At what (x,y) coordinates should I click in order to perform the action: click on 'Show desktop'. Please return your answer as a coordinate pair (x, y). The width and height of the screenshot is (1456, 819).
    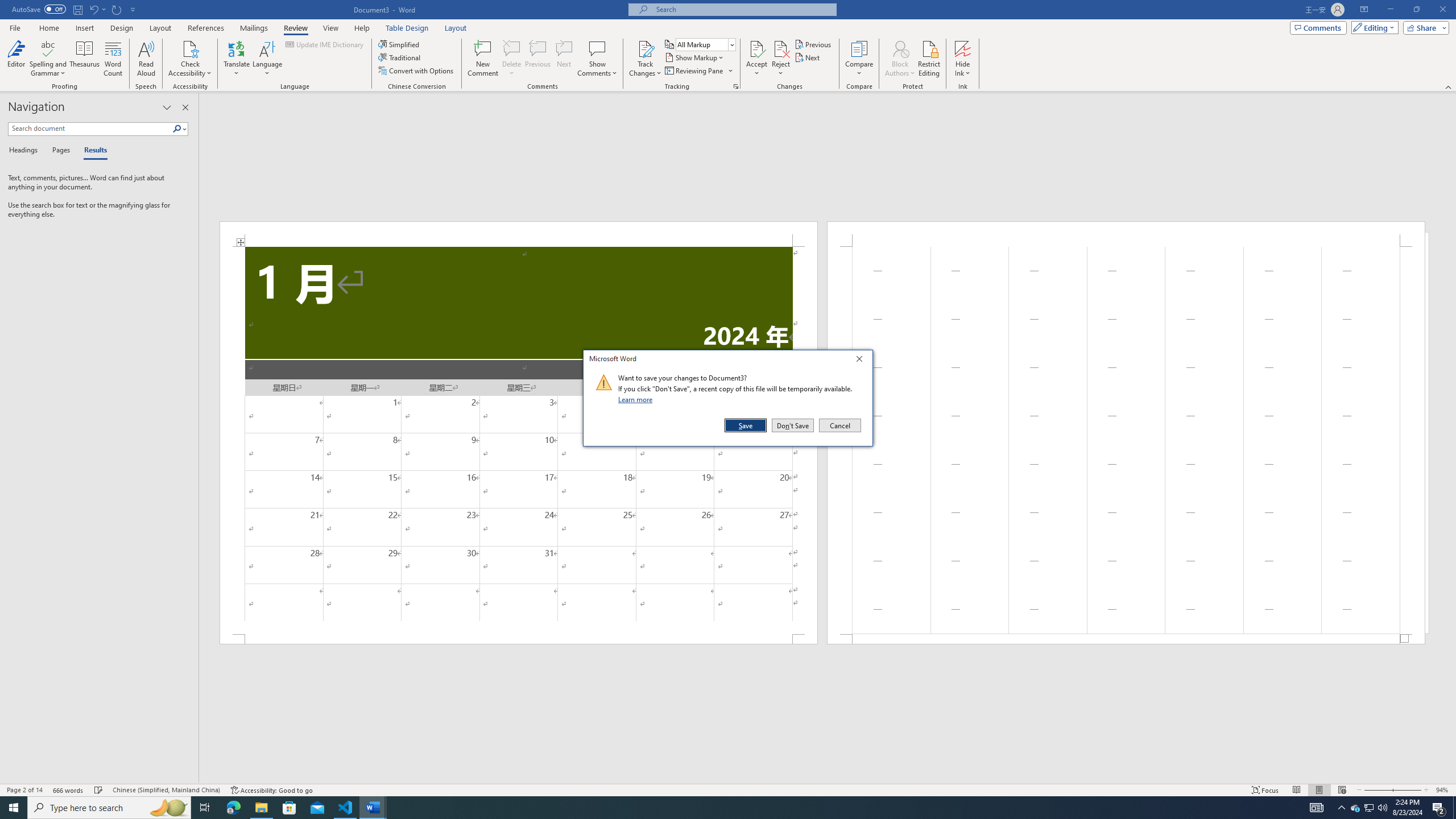
    Looking at the image, I should click on (1454, 806).